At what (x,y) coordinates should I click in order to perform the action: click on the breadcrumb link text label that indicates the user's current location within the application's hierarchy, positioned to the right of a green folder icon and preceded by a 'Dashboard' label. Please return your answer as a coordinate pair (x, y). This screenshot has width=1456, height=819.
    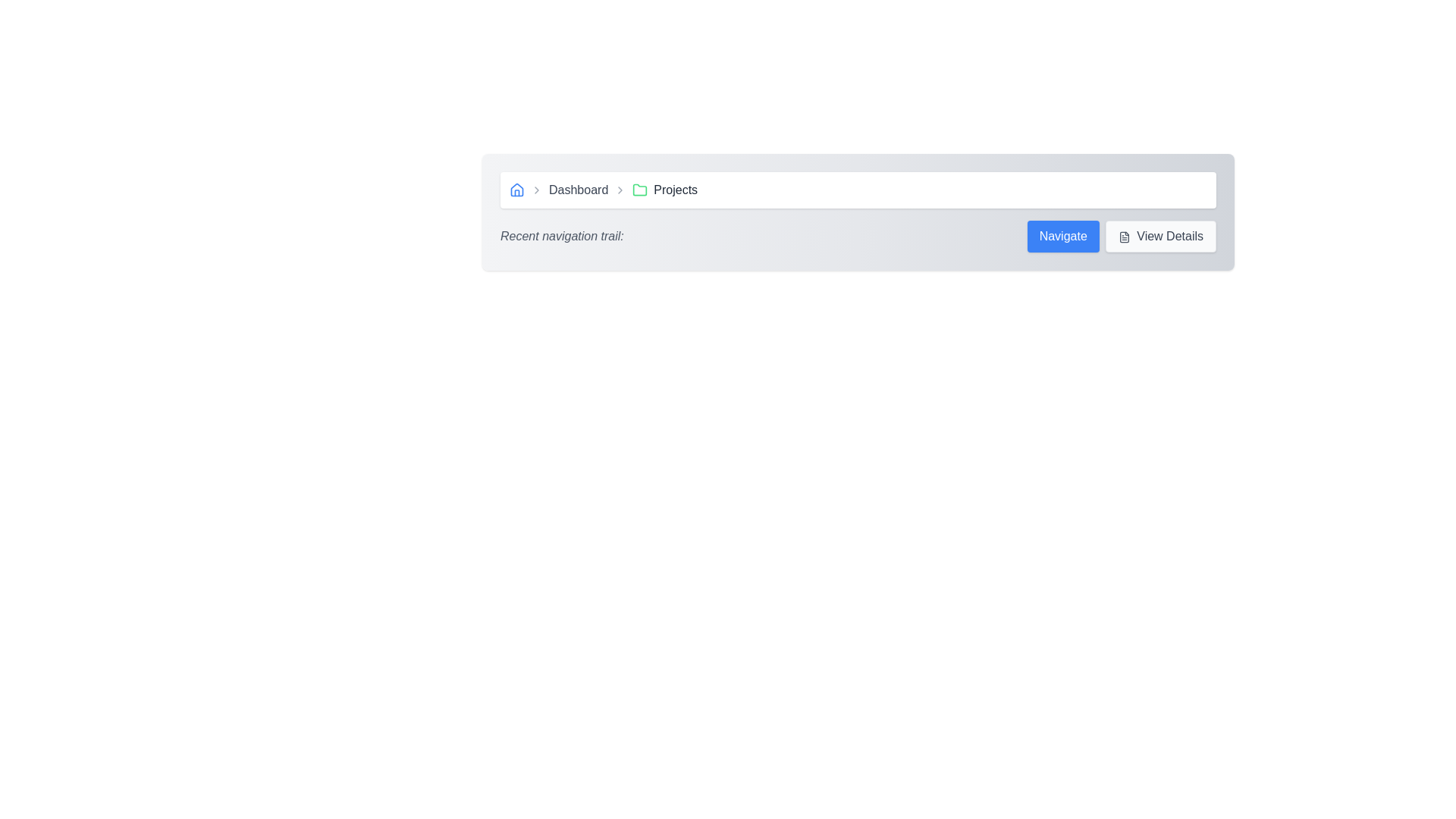
    Looking at the image, I should click on (675, 189).